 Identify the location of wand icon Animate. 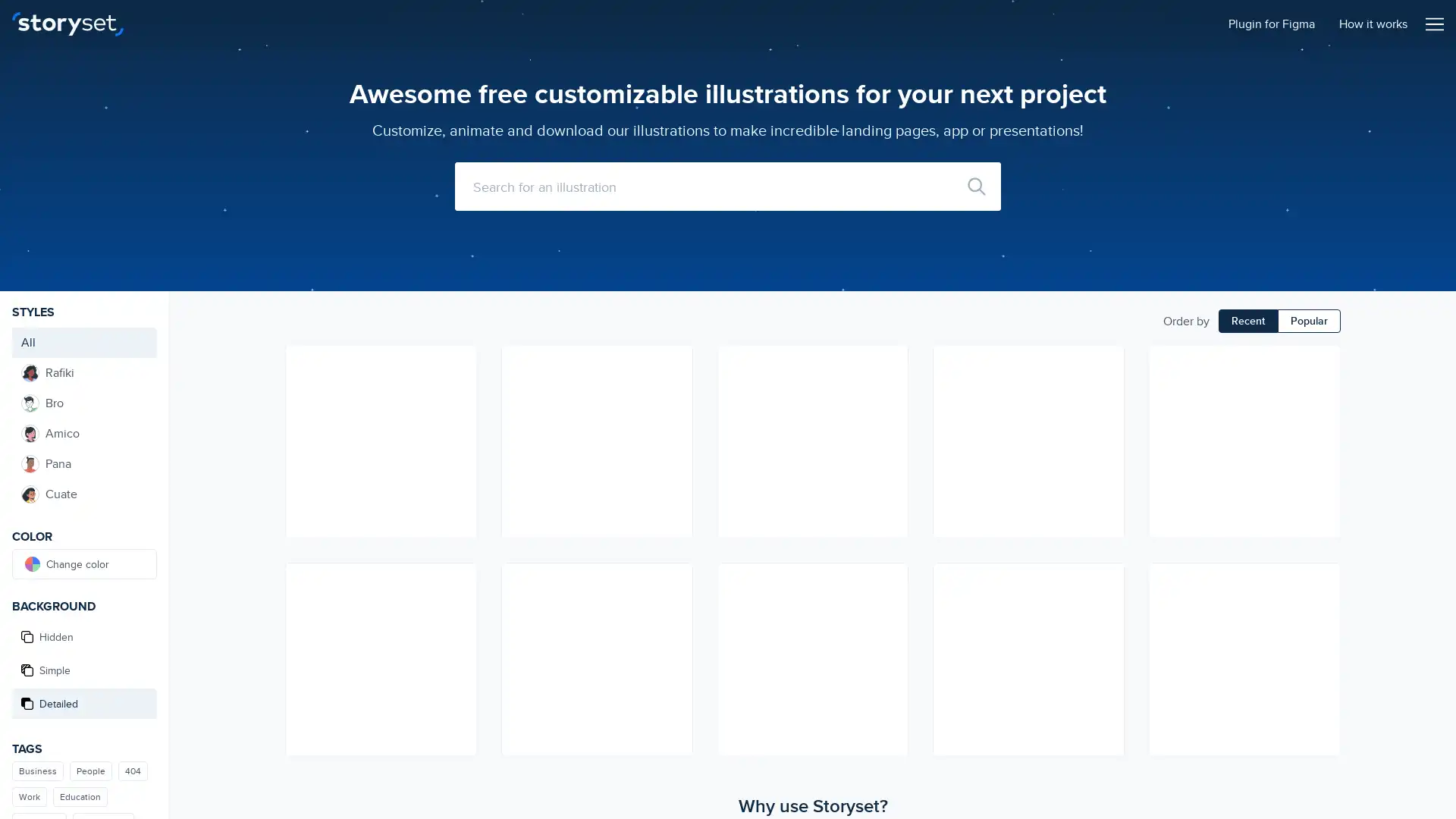
(889, 580).